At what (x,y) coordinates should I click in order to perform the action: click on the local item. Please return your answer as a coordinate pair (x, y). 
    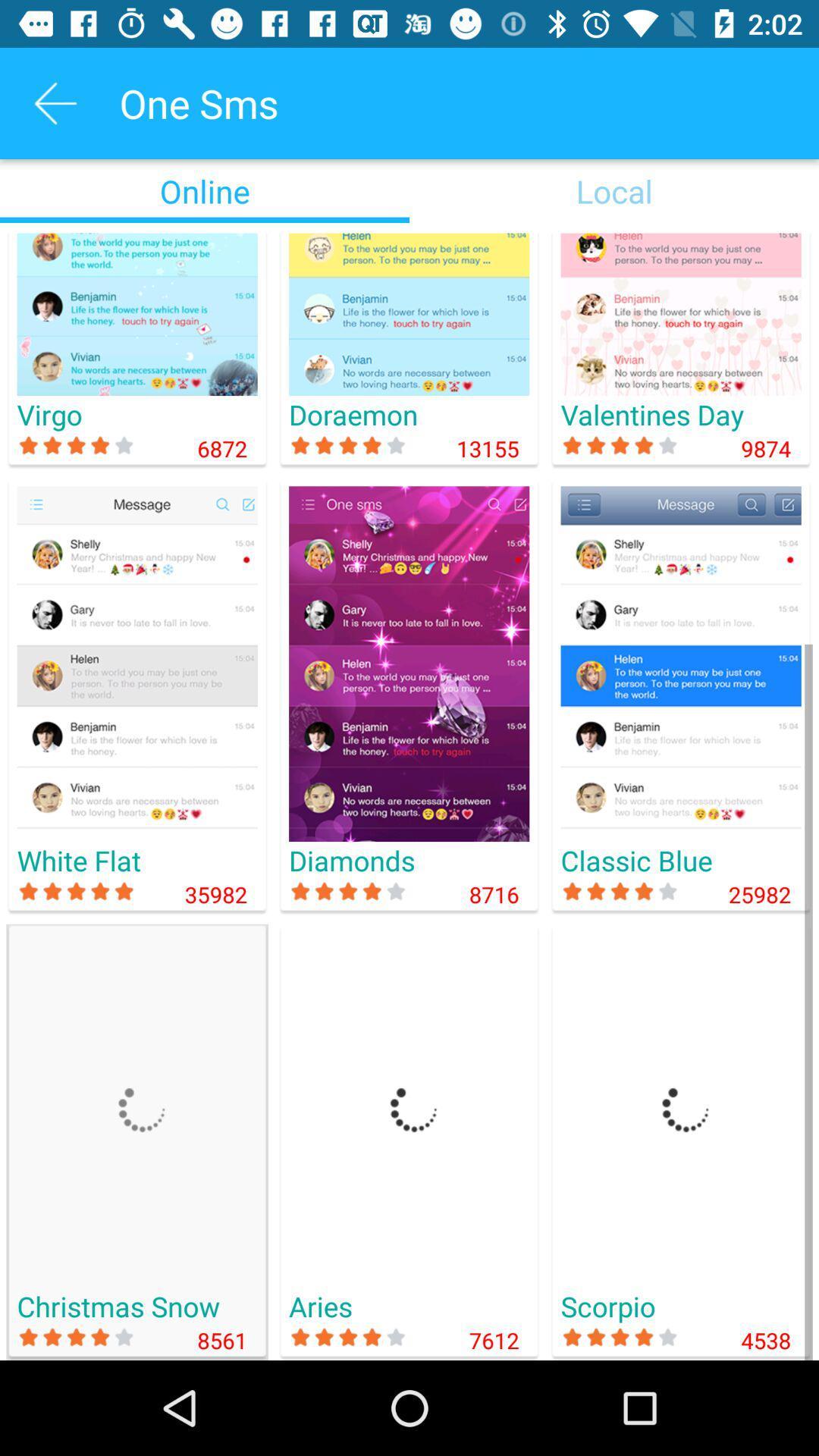
    Looking at the image, I should click on (614, 190).